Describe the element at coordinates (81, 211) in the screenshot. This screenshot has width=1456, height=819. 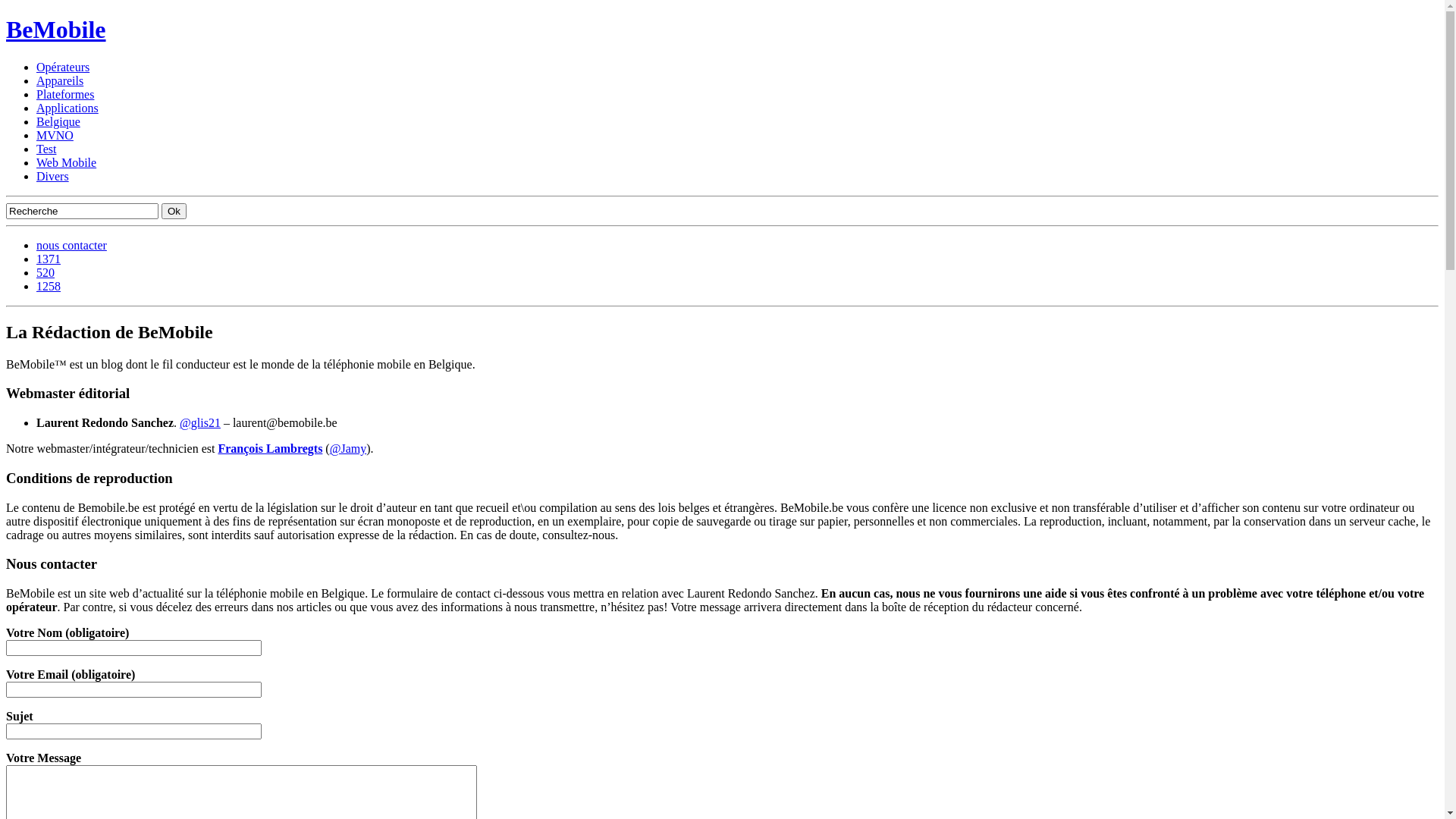
I see `'Votre recherche'` at that location.